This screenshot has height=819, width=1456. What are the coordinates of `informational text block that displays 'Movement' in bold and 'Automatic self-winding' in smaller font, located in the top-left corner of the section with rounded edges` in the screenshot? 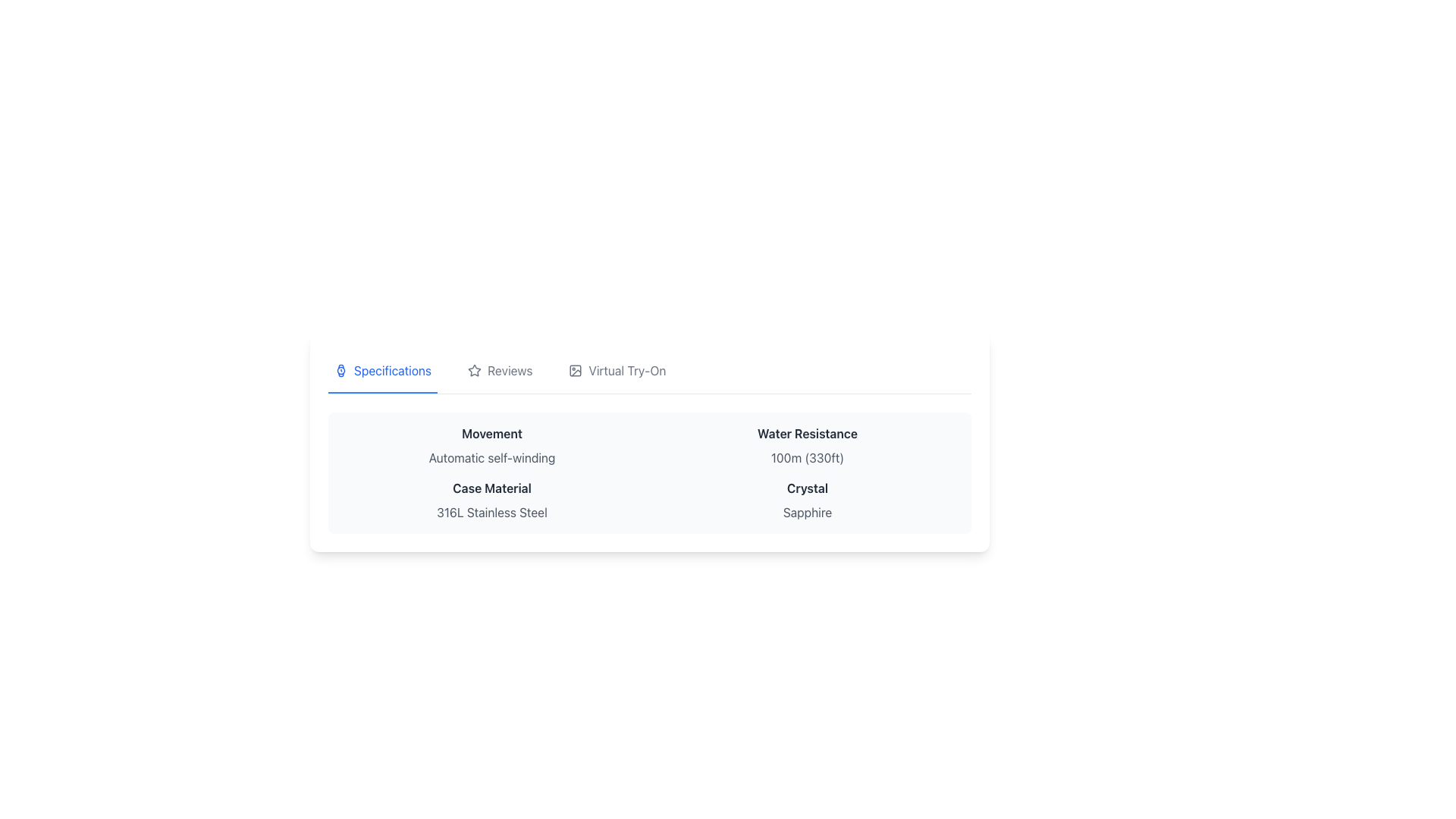 It's located at (491, 444).